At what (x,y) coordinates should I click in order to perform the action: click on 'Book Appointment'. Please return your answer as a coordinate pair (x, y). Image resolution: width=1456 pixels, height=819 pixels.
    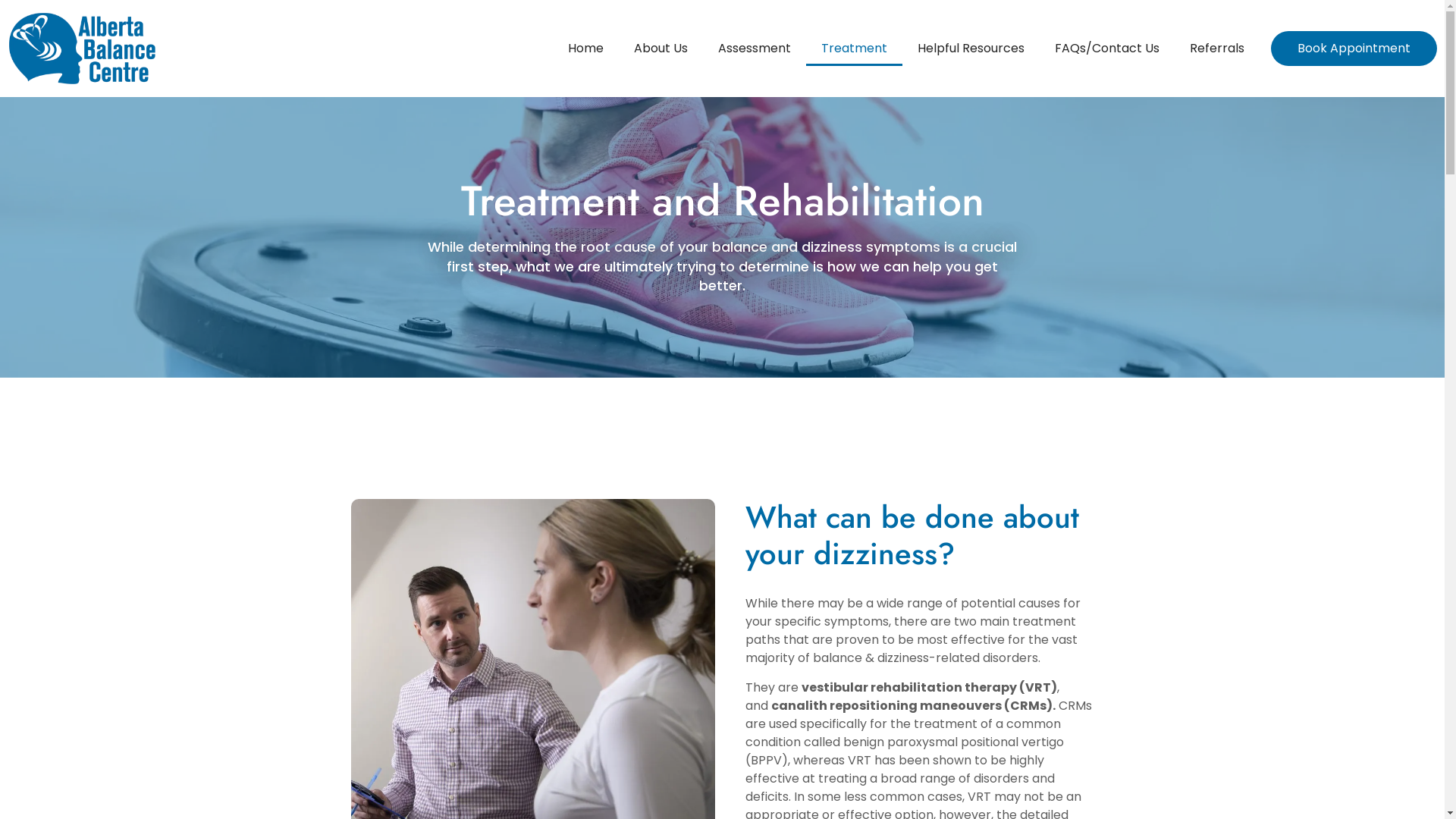
    Looking at the image, I should click on (1354, 48).